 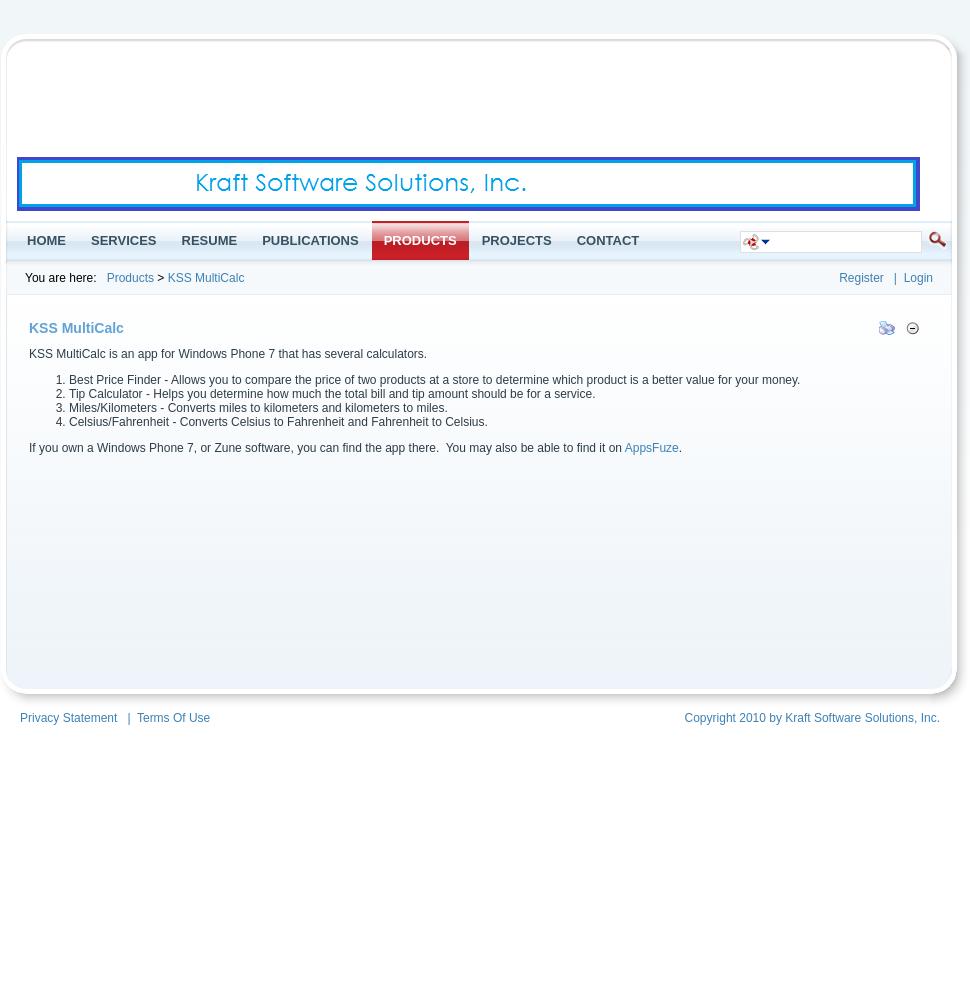 I want to click on 'Best Price Finder - Allows you to compare the price of two products at a store to determine which product is a better value for your money.', so click(x=67, y=380).